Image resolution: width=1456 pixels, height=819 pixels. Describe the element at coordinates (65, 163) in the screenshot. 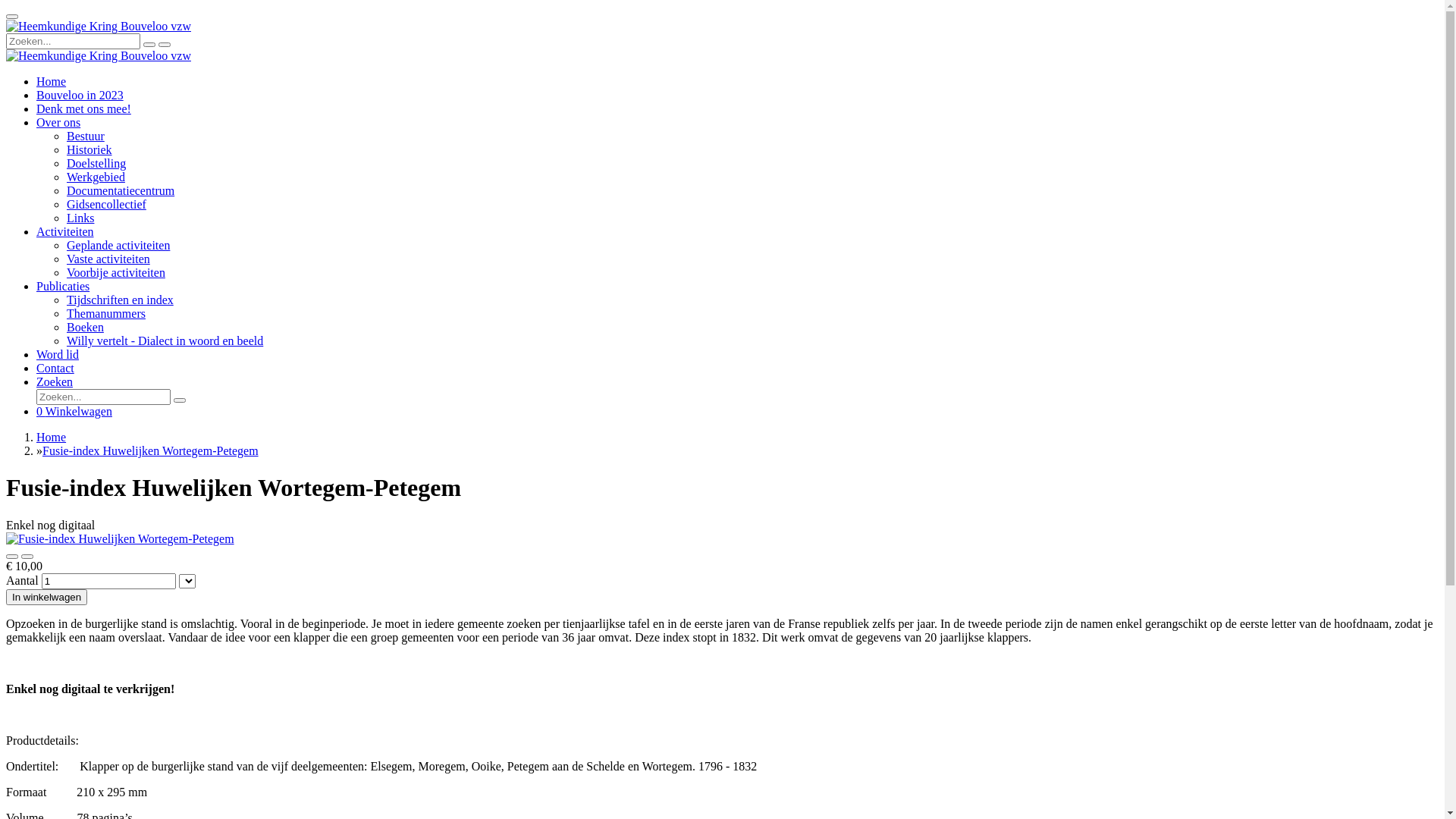

I see `'Doelstelling'` at that location.